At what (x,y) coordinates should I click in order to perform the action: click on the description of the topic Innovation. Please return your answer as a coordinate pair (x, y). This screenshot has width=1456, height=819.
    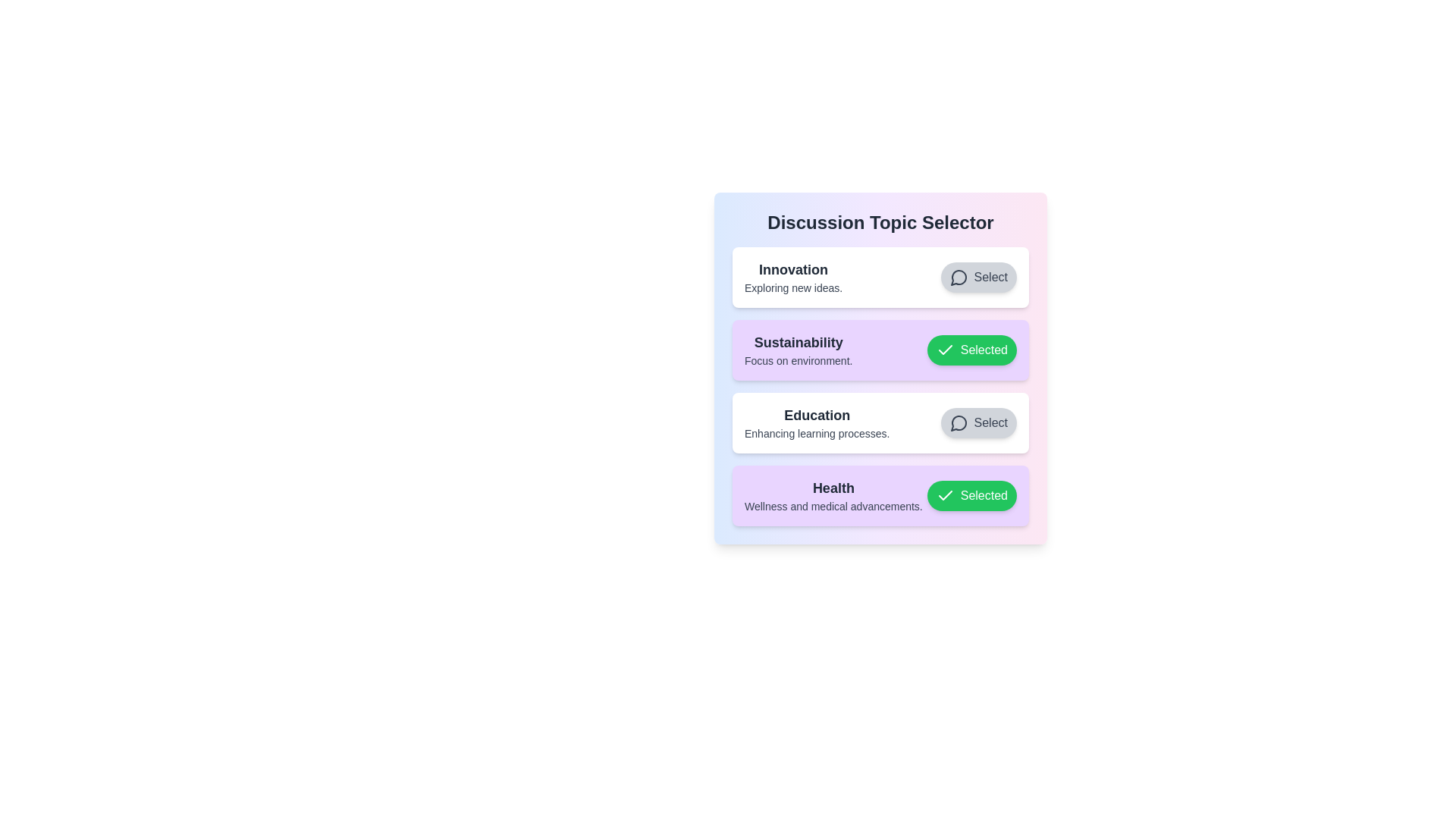
    Looking at the image, I should click on (792, 278).